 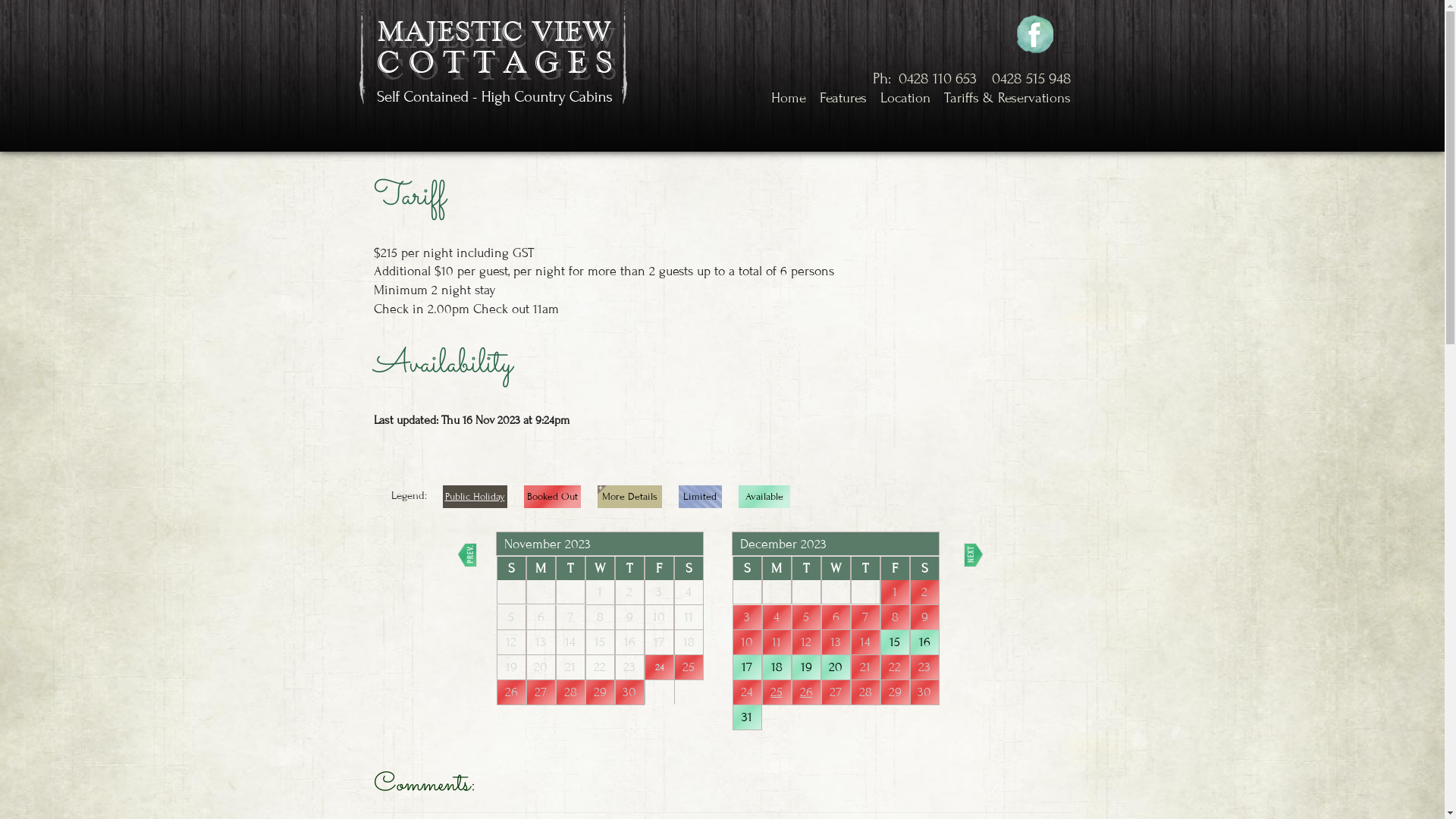 I want to click on 'Tariffs & Reservations', so click(x=1007, y=98).